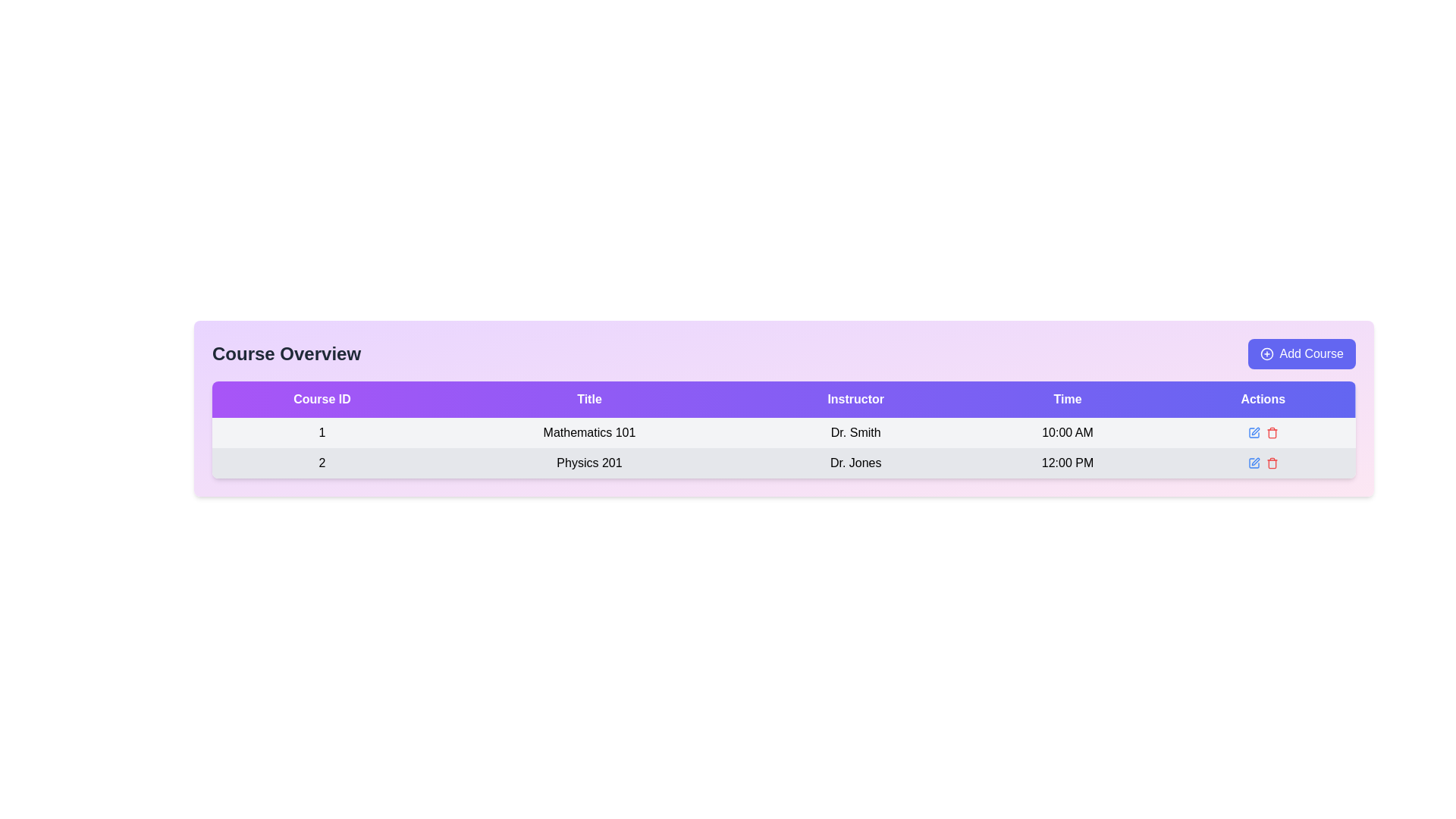 The width and height of the screenshot is (1456, 819). What do you see at coordinates (588, 399) in the screenshot?
I see `the 'Title' label, which displays the text in white on a purple background, located in the top header row between the 'Course ID' and 'Instructor' columns` at bounding box center [588, 399].